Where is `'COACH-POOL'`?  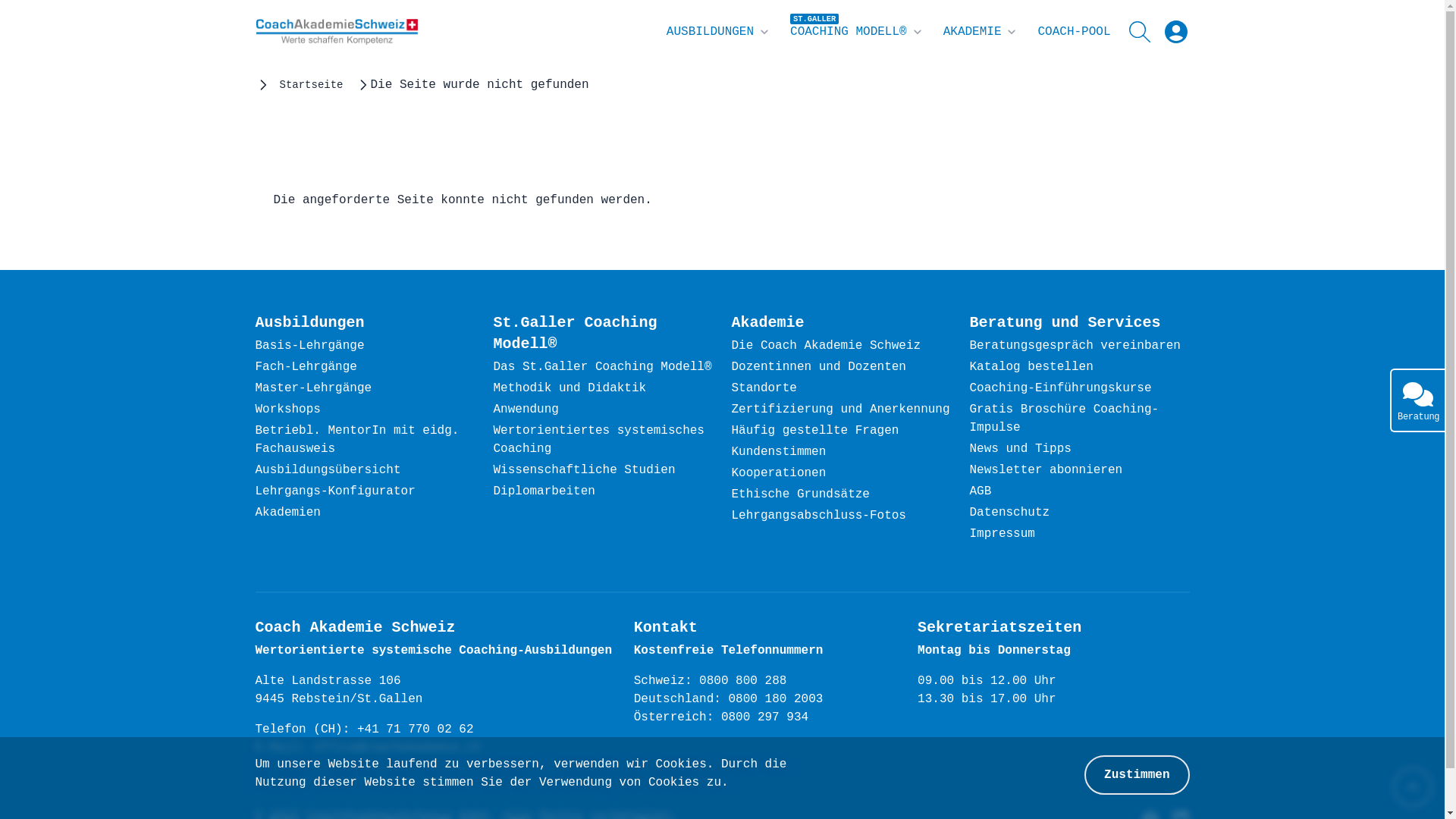 'COACH-POOL' is located at coordinates (1073, 32).